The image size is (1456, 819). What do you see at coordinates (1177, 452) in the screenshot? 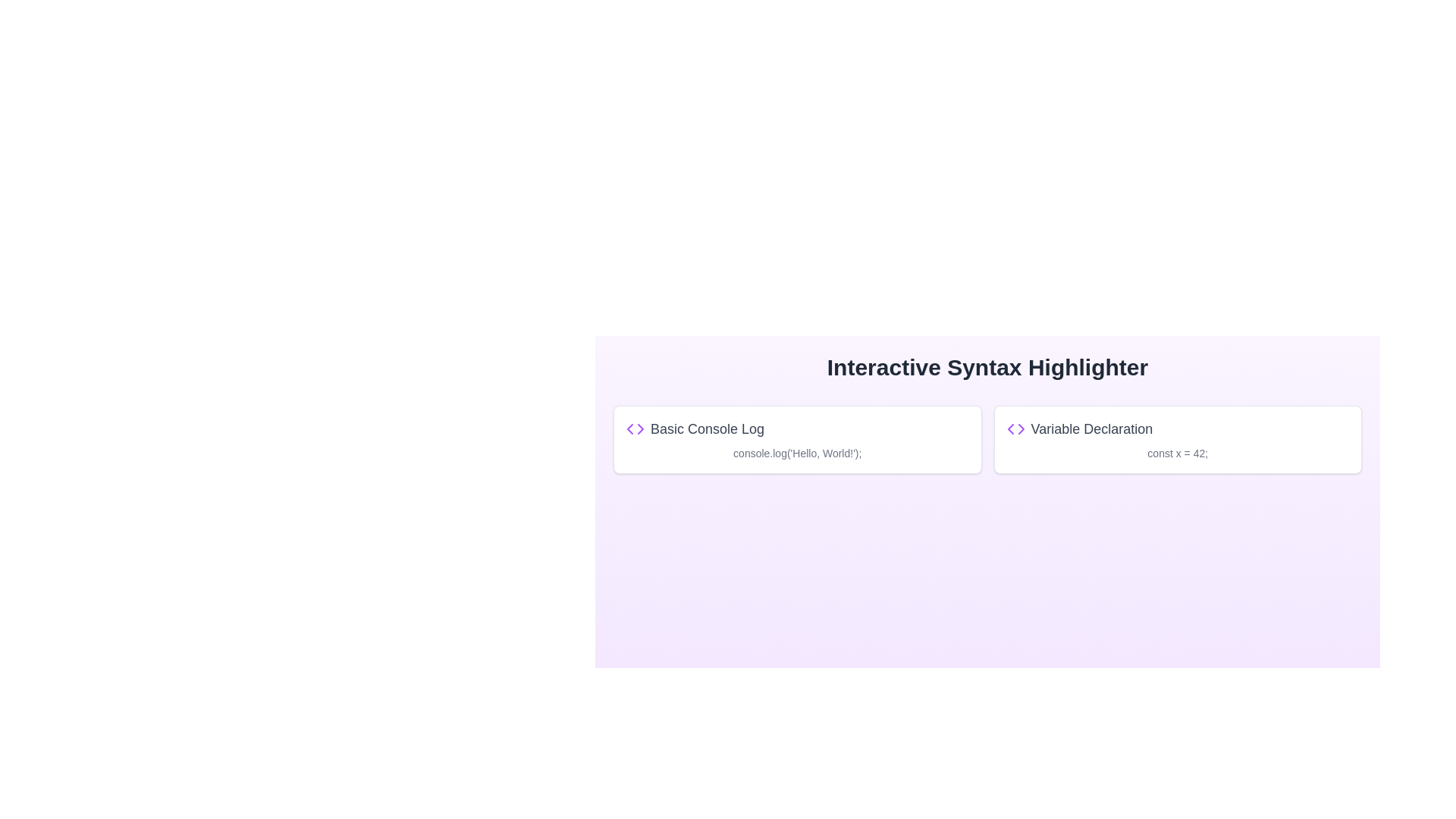
I see `text content of the small-sized gray text displaying 'const x = 42;' located below the title 'Variable Declaration'` at bounding box center [1177, 452].